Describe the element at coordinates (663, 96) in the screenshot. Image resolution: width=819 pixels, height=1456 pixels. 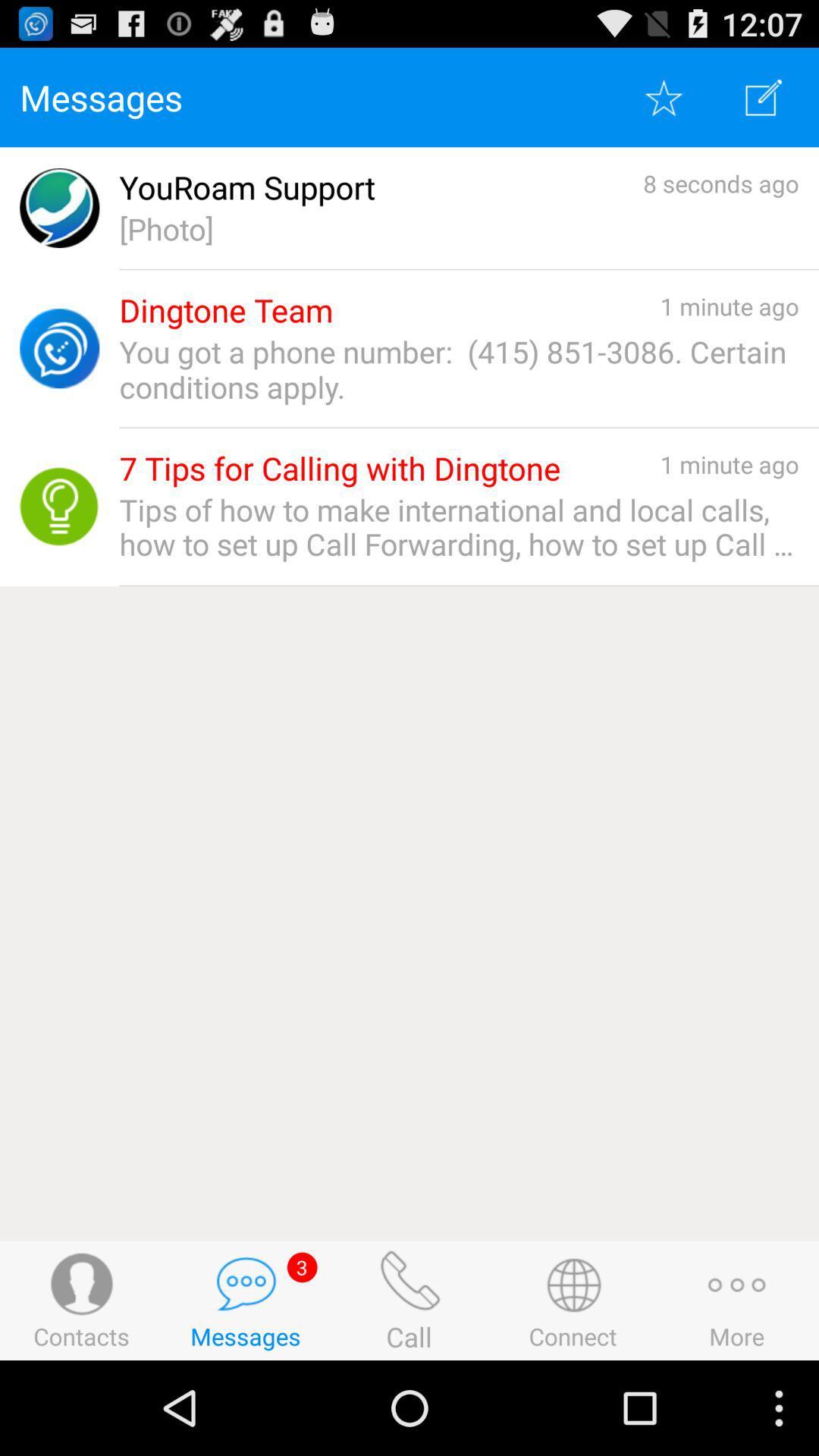
I see `click favorite` at that location.